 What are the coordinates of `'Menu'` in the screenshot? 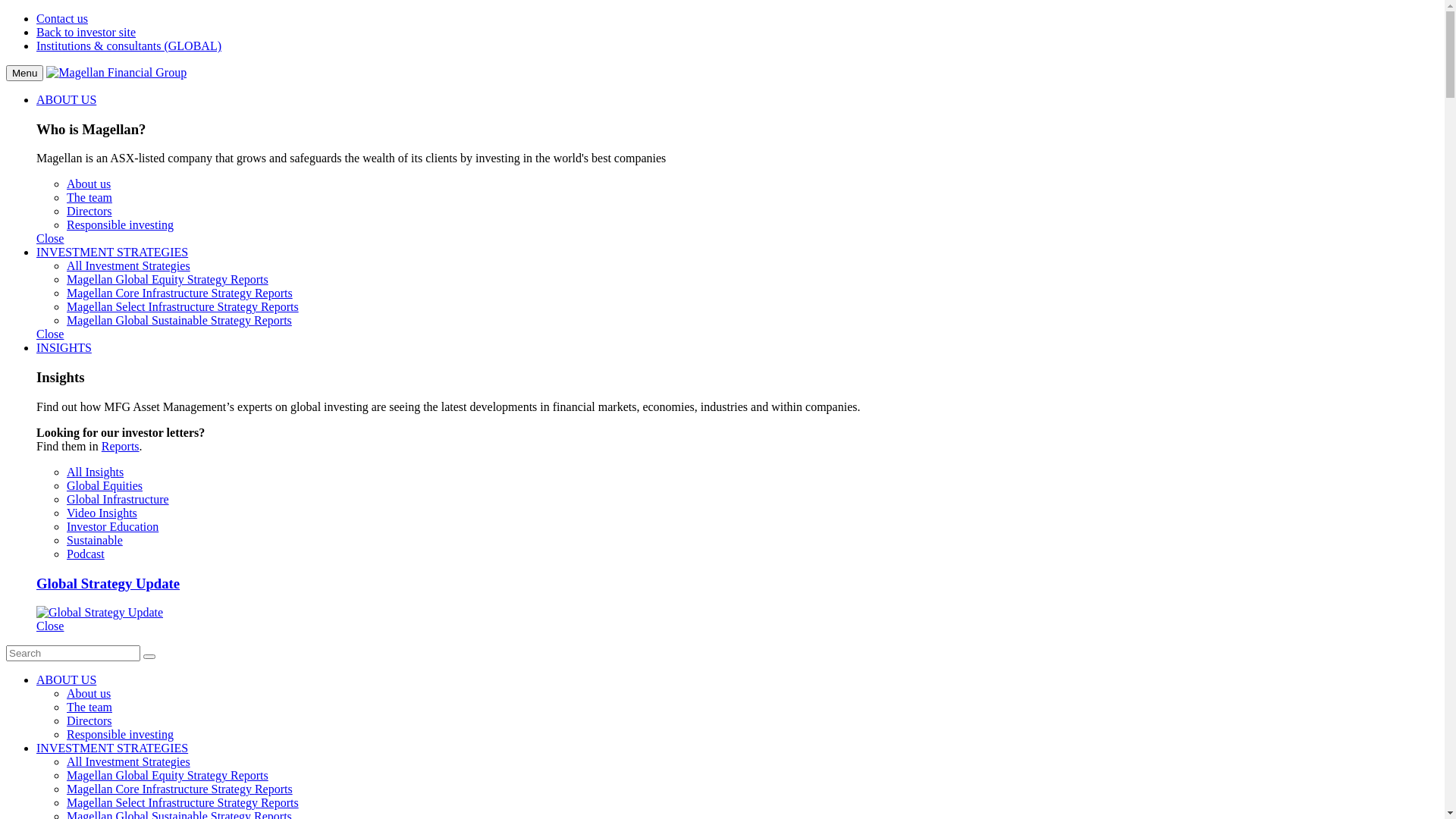 It's located at (6, 73).